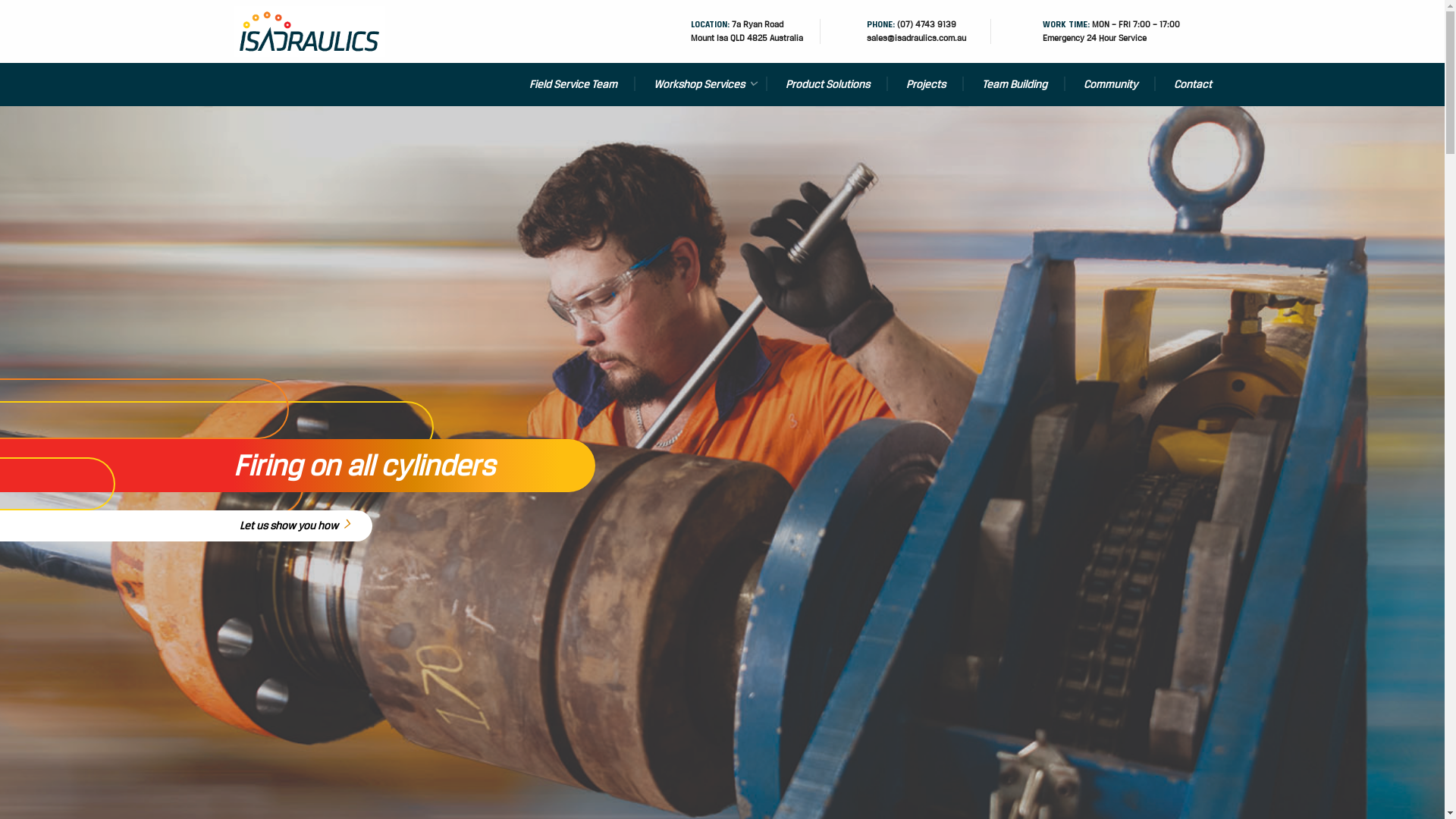 This screenshot has height=819, width=1456. I want to click on 'Projects', so click(924, 84).